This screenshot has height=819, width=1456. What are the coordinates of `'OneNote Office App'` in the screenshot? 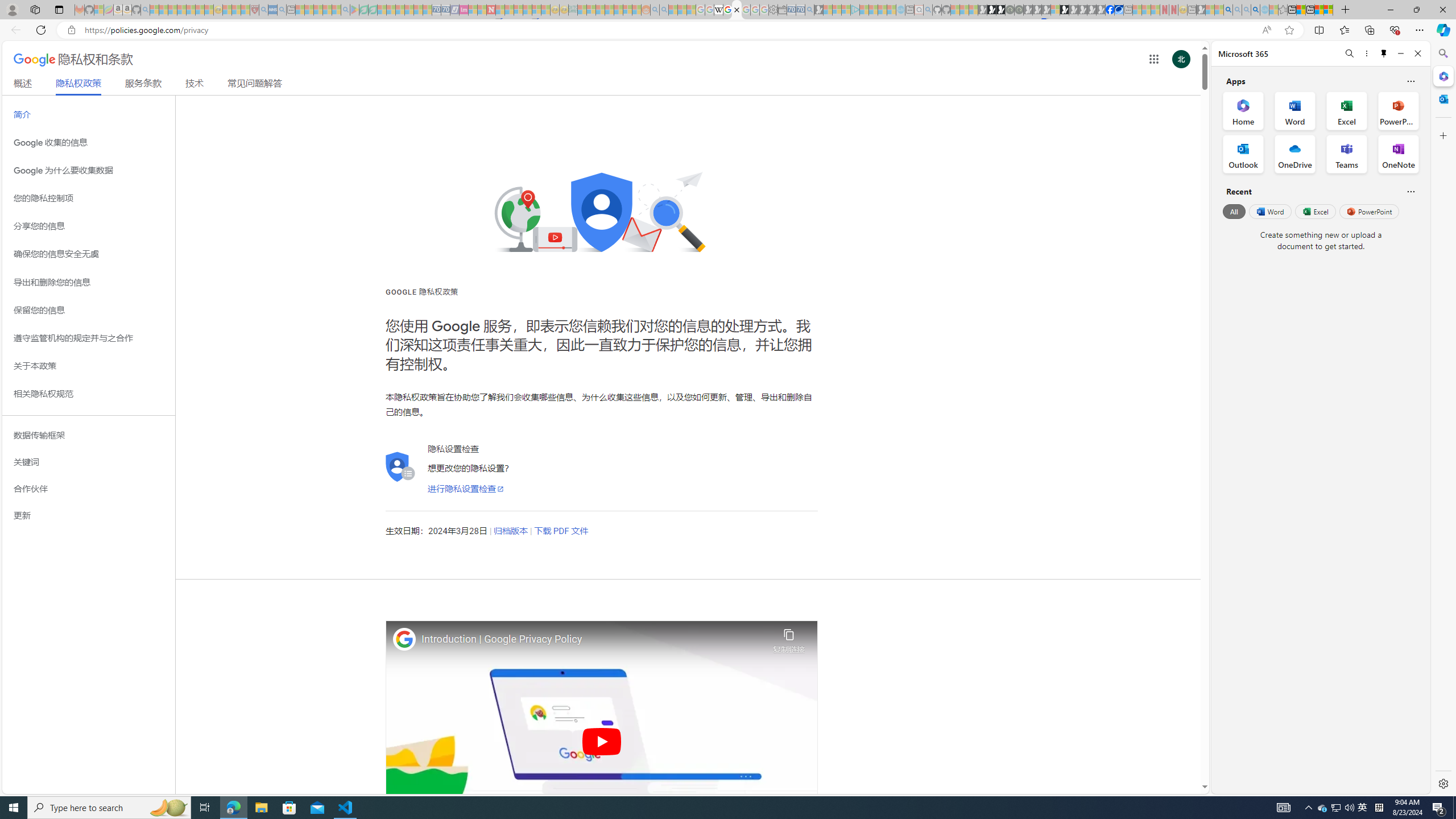 It's located at (1398, 154).